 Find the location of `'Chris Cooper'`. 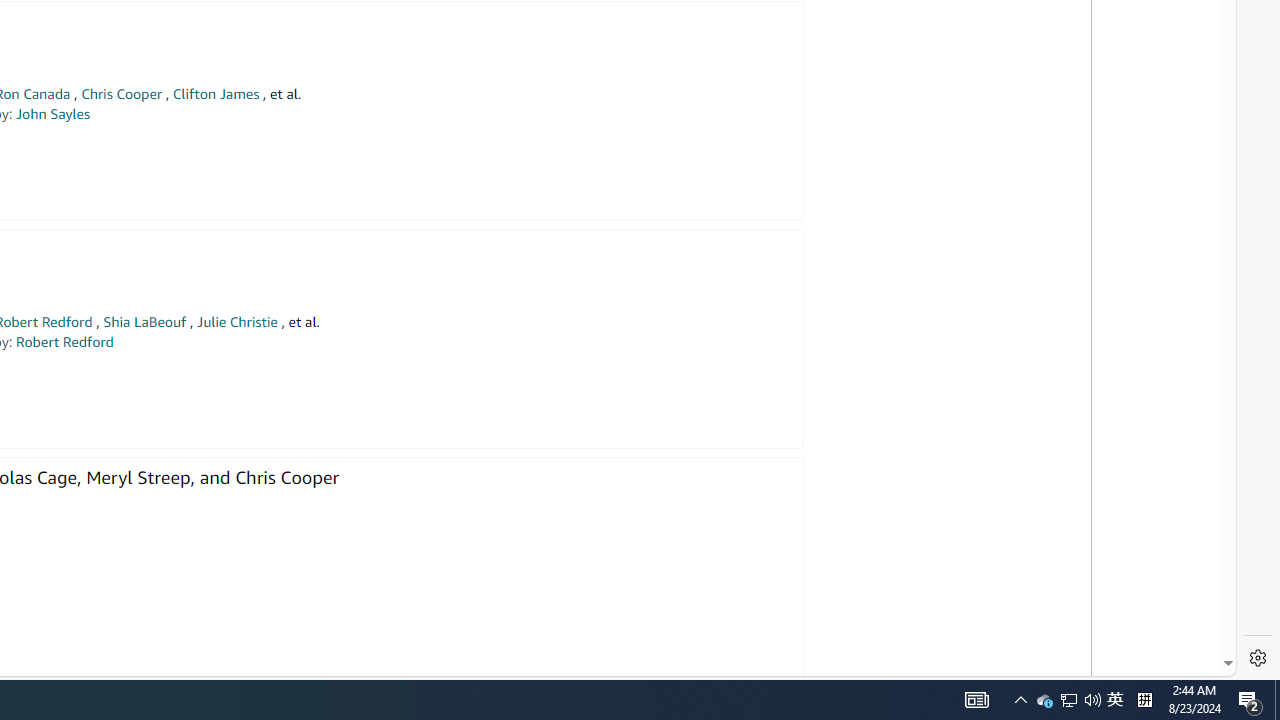

'Chris Cooper' is located at coordinates (120, 94).